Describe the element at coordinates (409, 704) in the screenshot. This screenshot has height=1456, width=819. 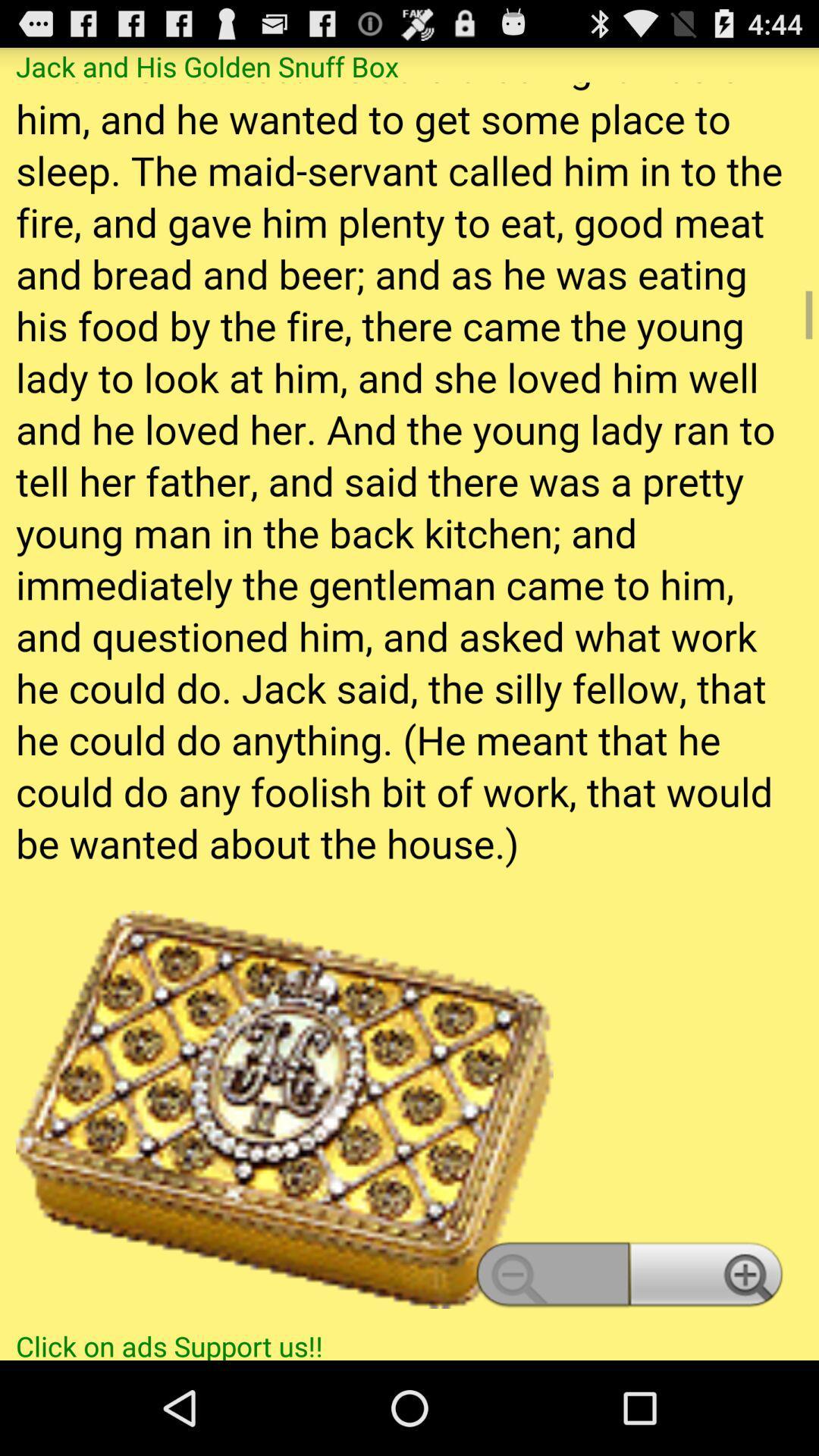
I see `pinch and zoom` at that location.